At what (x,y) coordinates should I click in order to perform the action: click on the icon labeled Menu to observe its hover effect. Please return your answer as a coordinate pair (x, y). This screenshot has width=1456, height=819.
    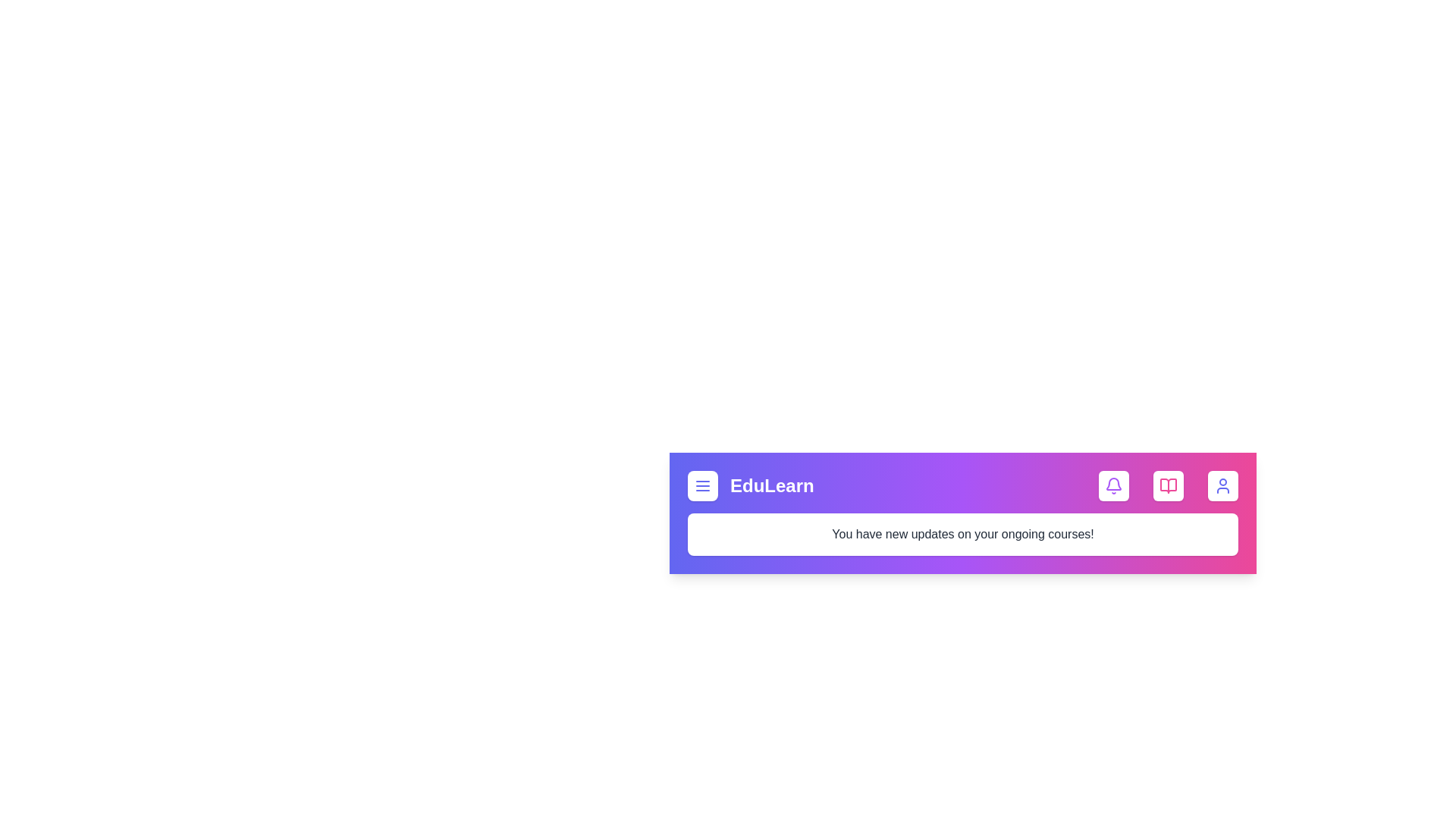
    Looking at the image, I should click on (701, 485).